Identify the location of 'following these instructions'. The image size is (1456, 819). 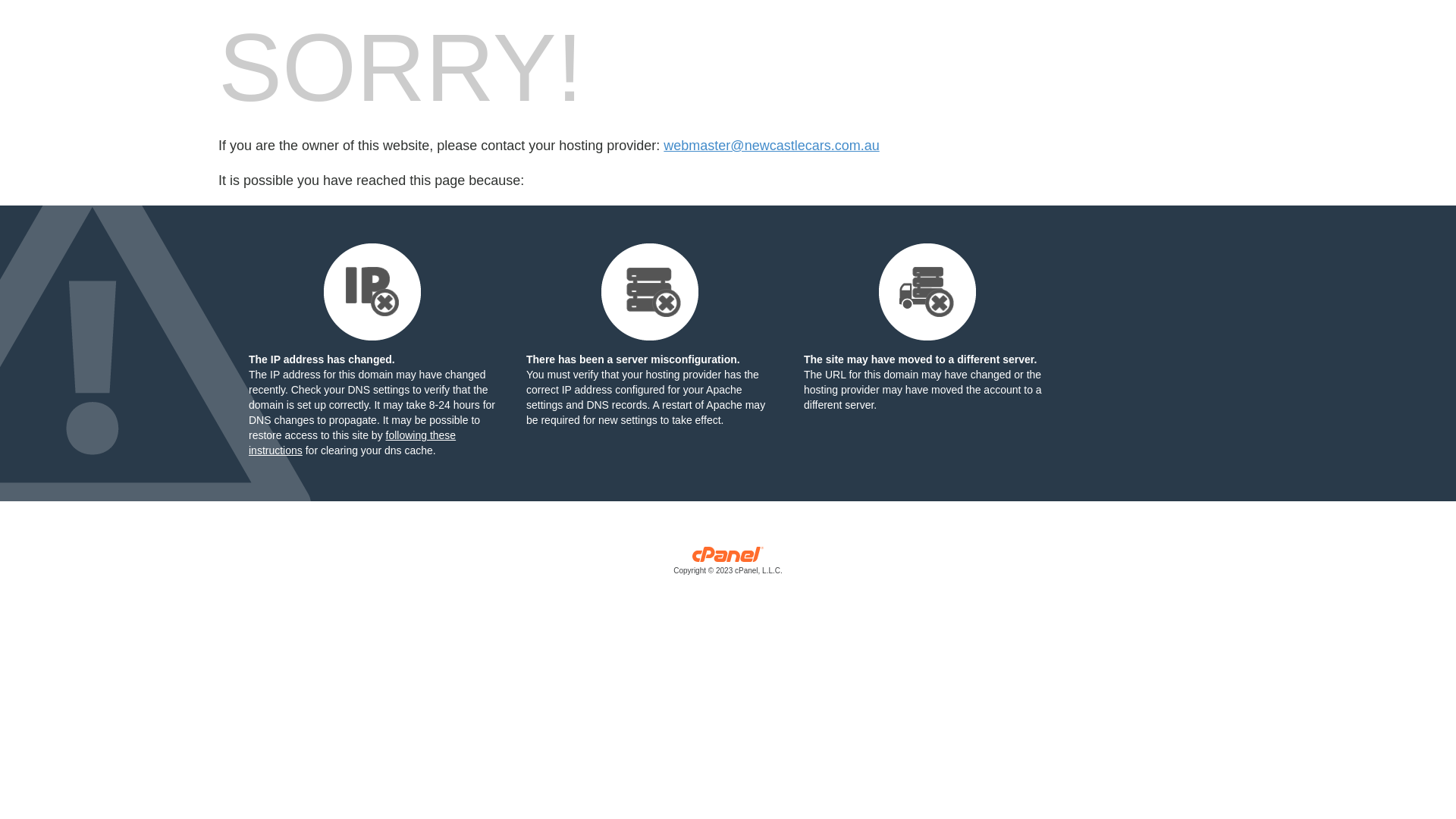
(351, 442).